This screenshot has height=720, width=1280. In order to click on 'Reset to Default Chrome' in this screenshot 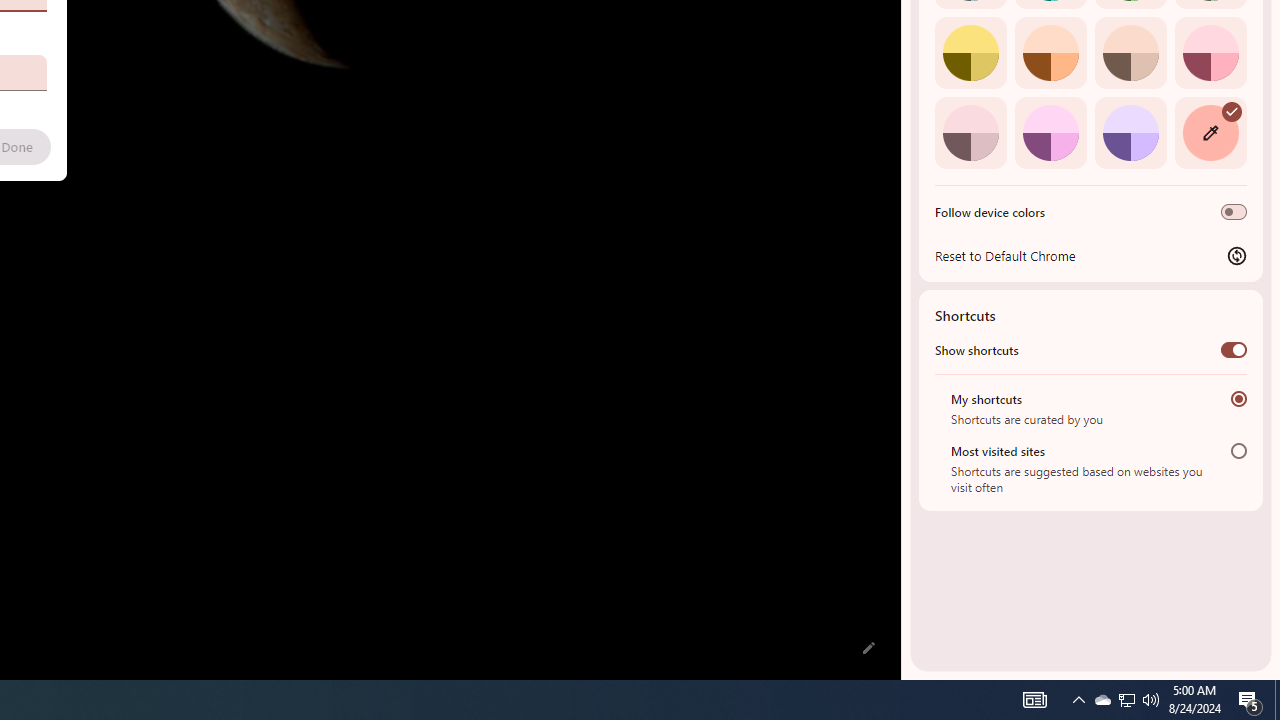, I will do `click(1090, 254)`.